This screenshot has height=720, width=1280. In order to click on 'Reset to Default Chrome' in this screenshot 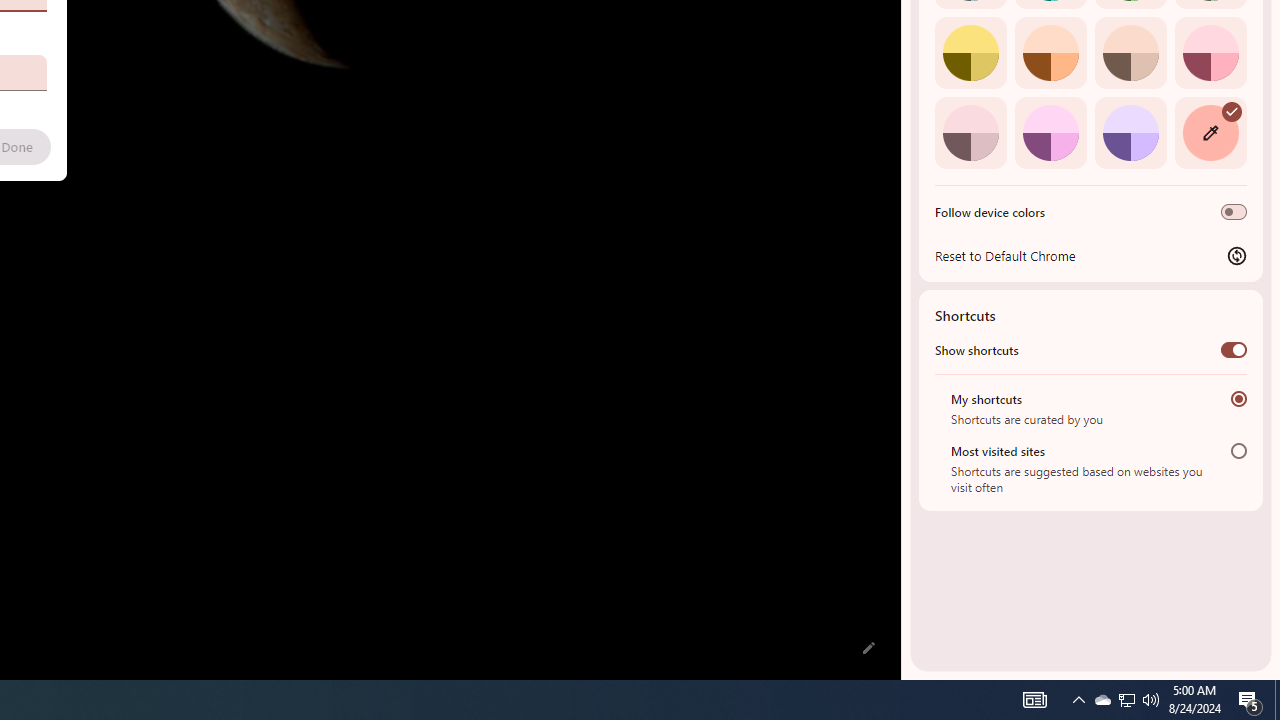, I will do `click(1090, 254)`.